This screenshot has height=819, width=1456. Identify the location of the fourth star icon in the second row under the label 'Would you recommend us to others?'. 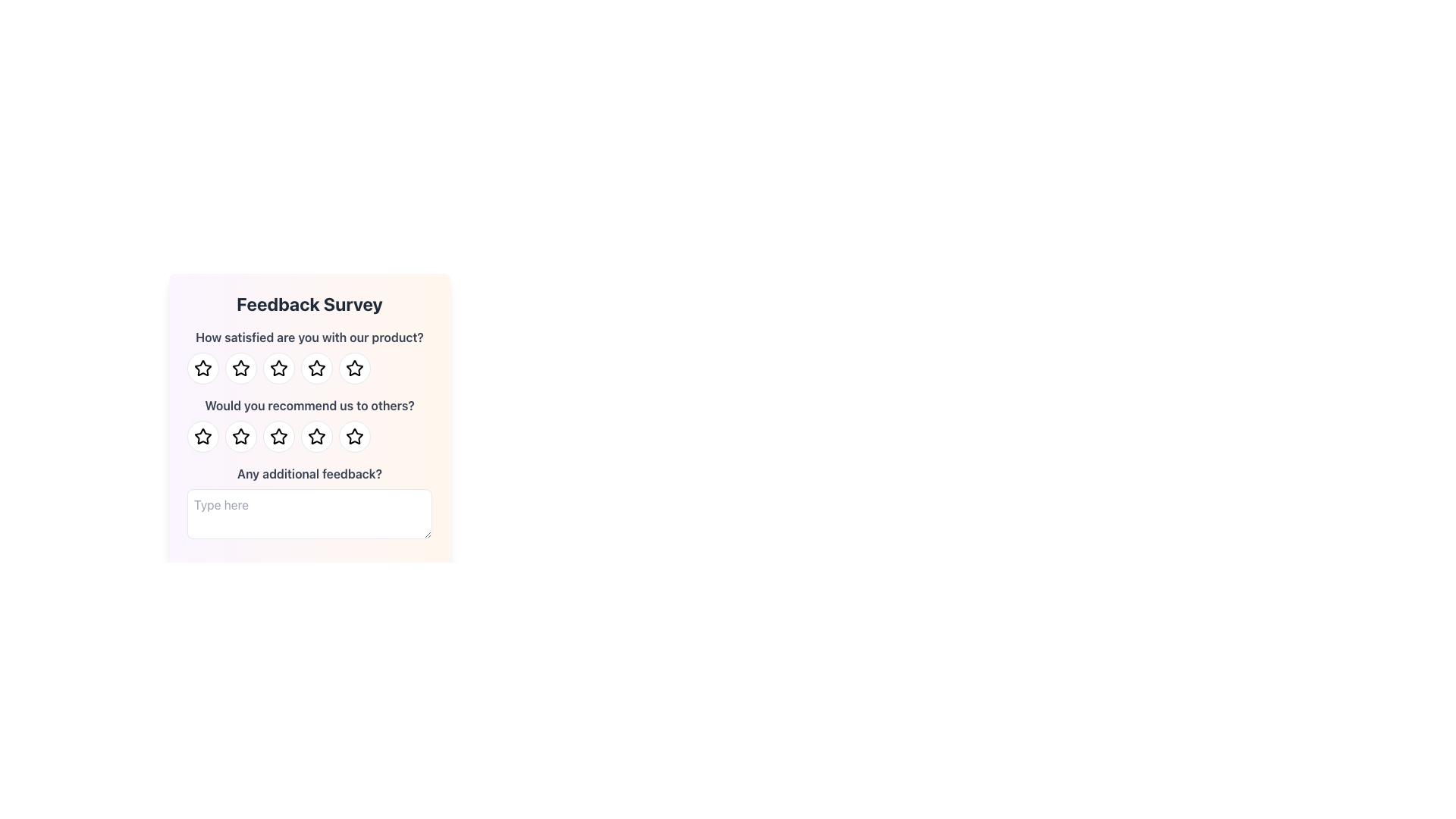
(353, 436).